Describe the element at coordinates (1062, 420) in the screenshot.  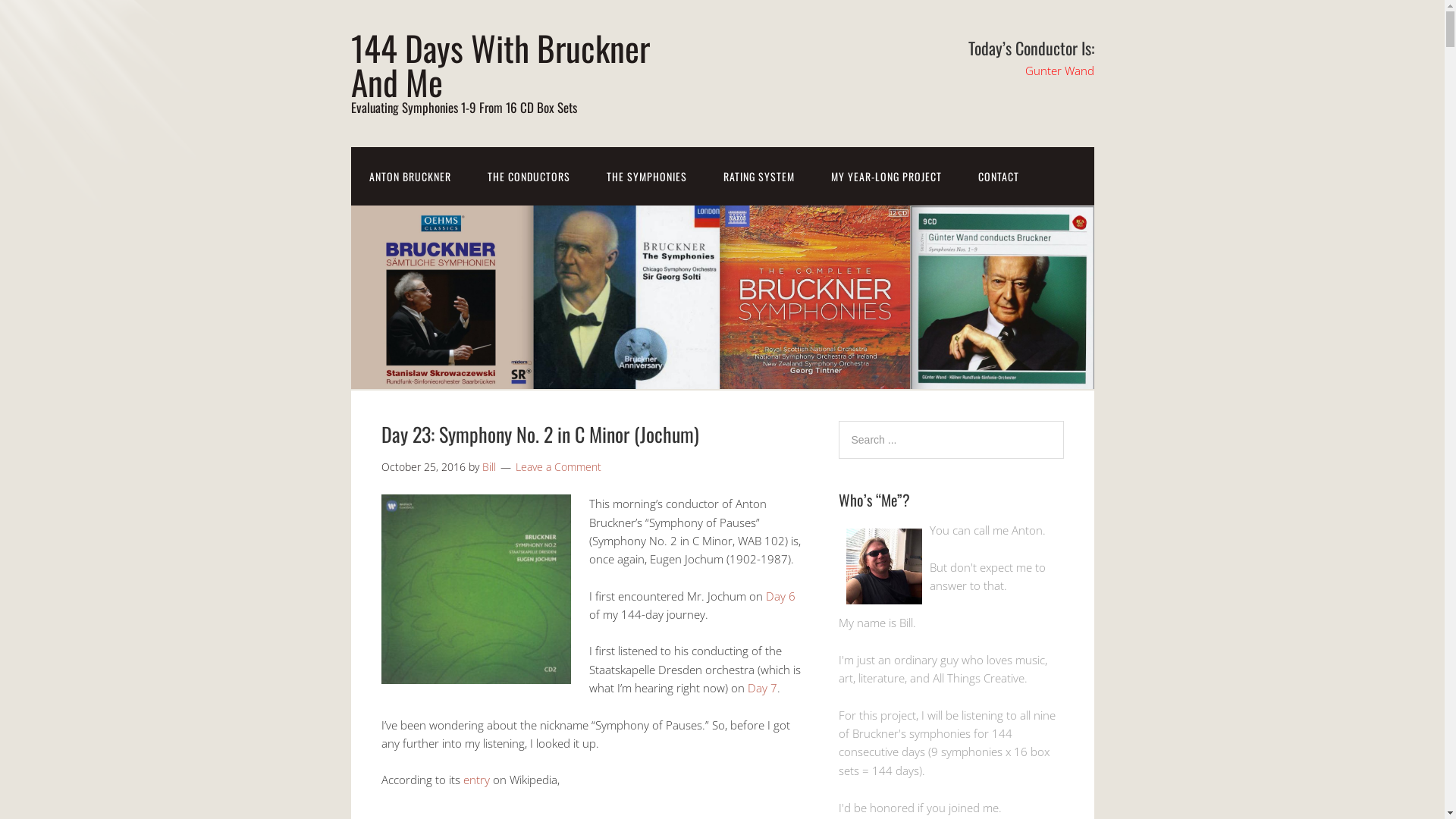
I see `'Search'` at that location.